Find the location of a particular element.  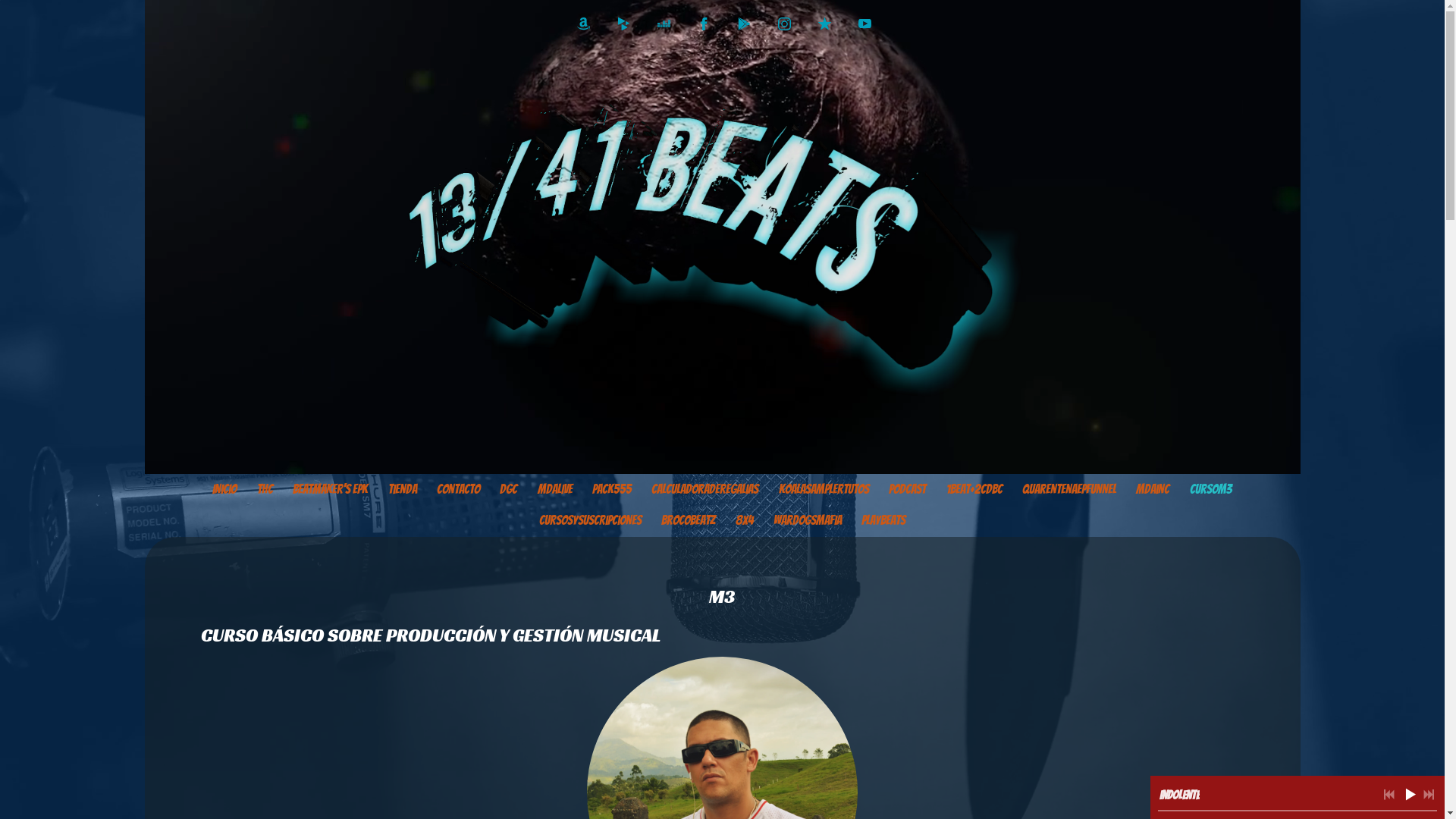

'BrocoBeatz' is located at coordinates (687, 519).